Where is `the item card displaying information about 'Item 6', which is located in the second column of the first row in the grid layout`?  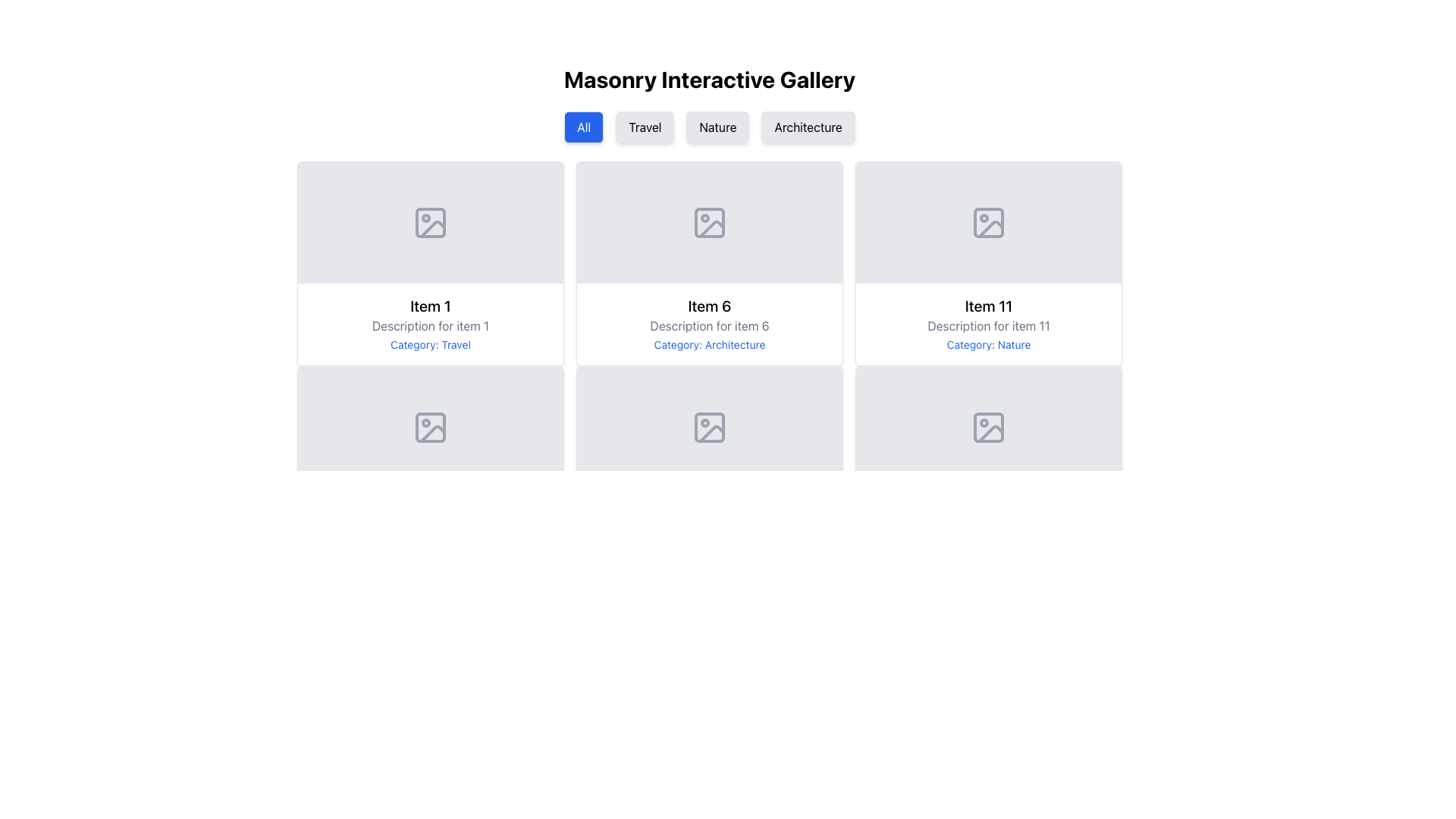
the item card displaying information about 'Item 6', which is located in the second column of the first row in the grid layout is located at coordinates (709, 262).